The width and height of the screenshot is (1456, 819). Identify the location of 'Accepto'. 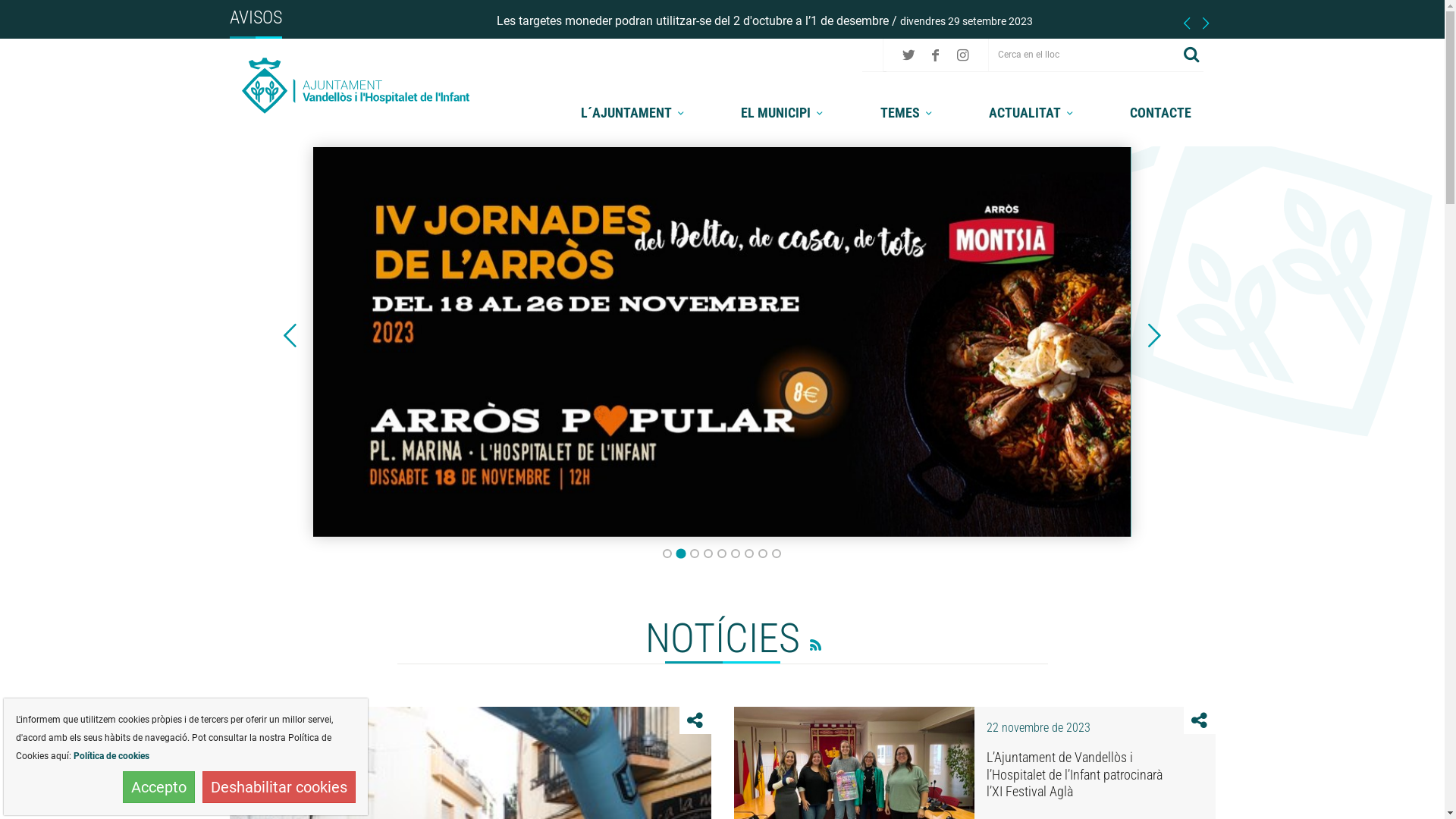
(158, 786).